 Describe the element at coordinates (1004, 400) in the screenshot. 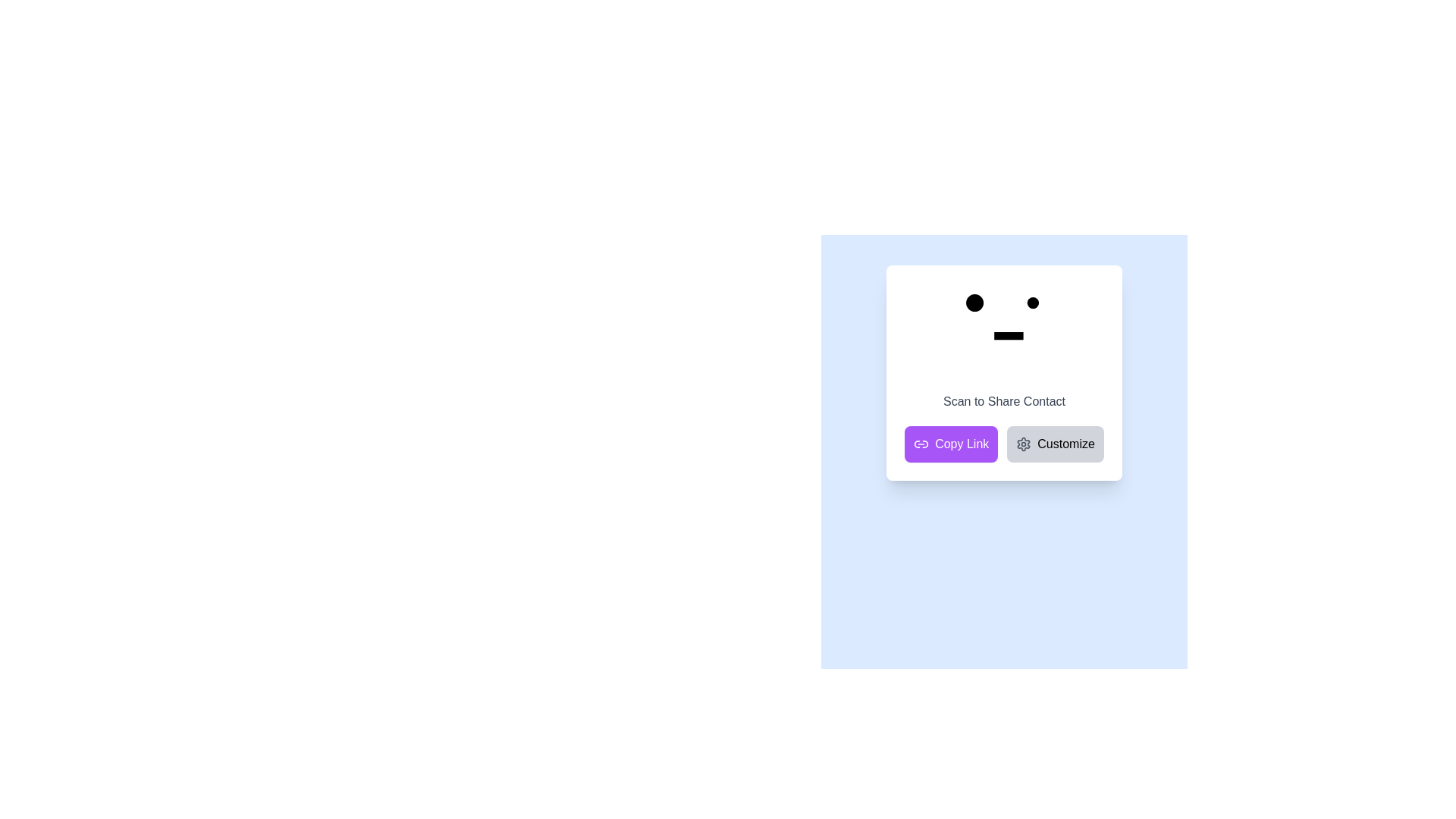

I see `the Text Label that serves as a descriptive title or instruction for the QR code, positioned below the face-like icon and above the 'Copy Link' and 'Customize' buttons` at that location.